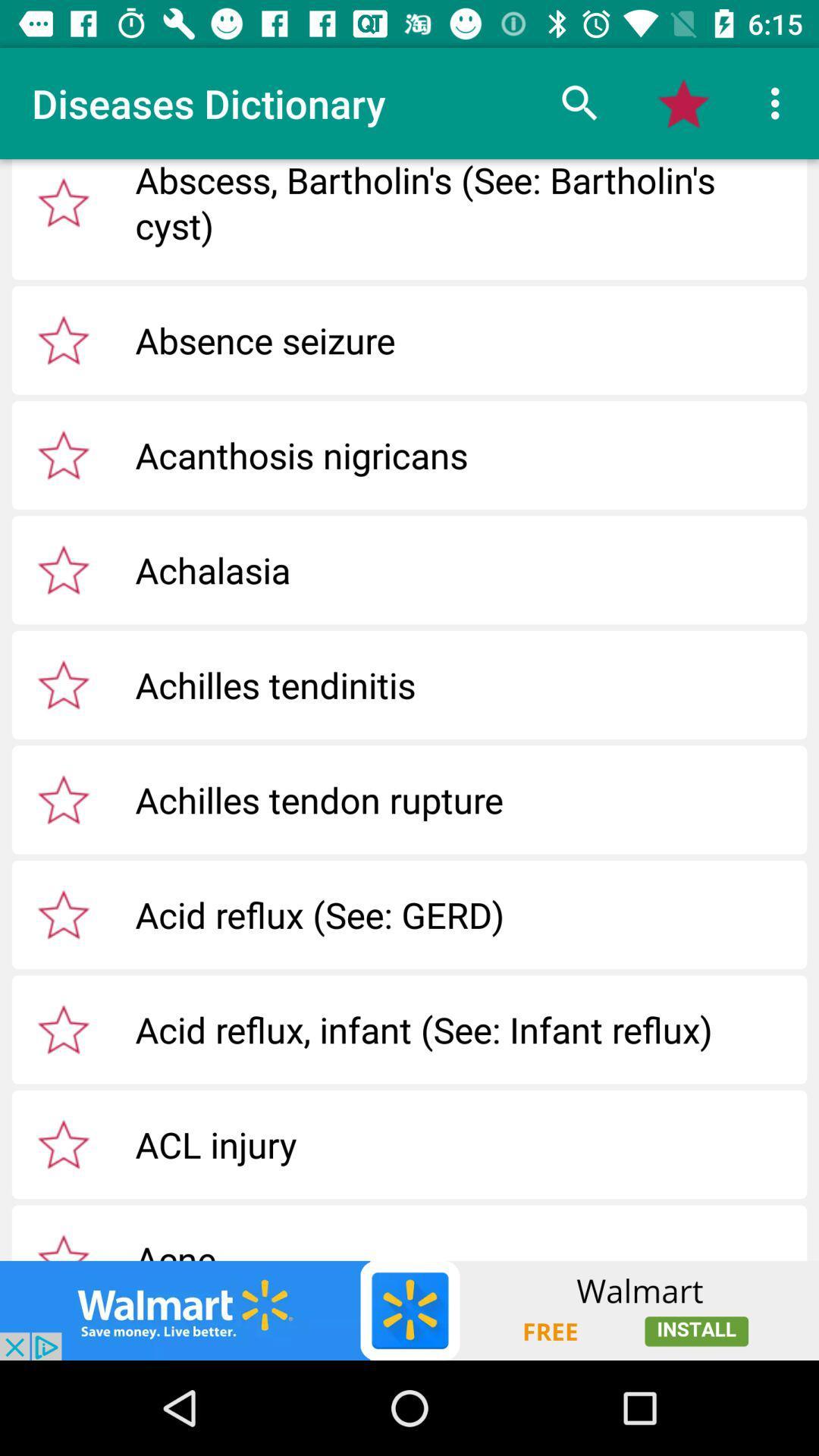 This screenshot has width=819, height=1456. What do you see at coordinates (63, 1029) in the screenshot?
I see `click star option` at bounding box center [63, 1029].